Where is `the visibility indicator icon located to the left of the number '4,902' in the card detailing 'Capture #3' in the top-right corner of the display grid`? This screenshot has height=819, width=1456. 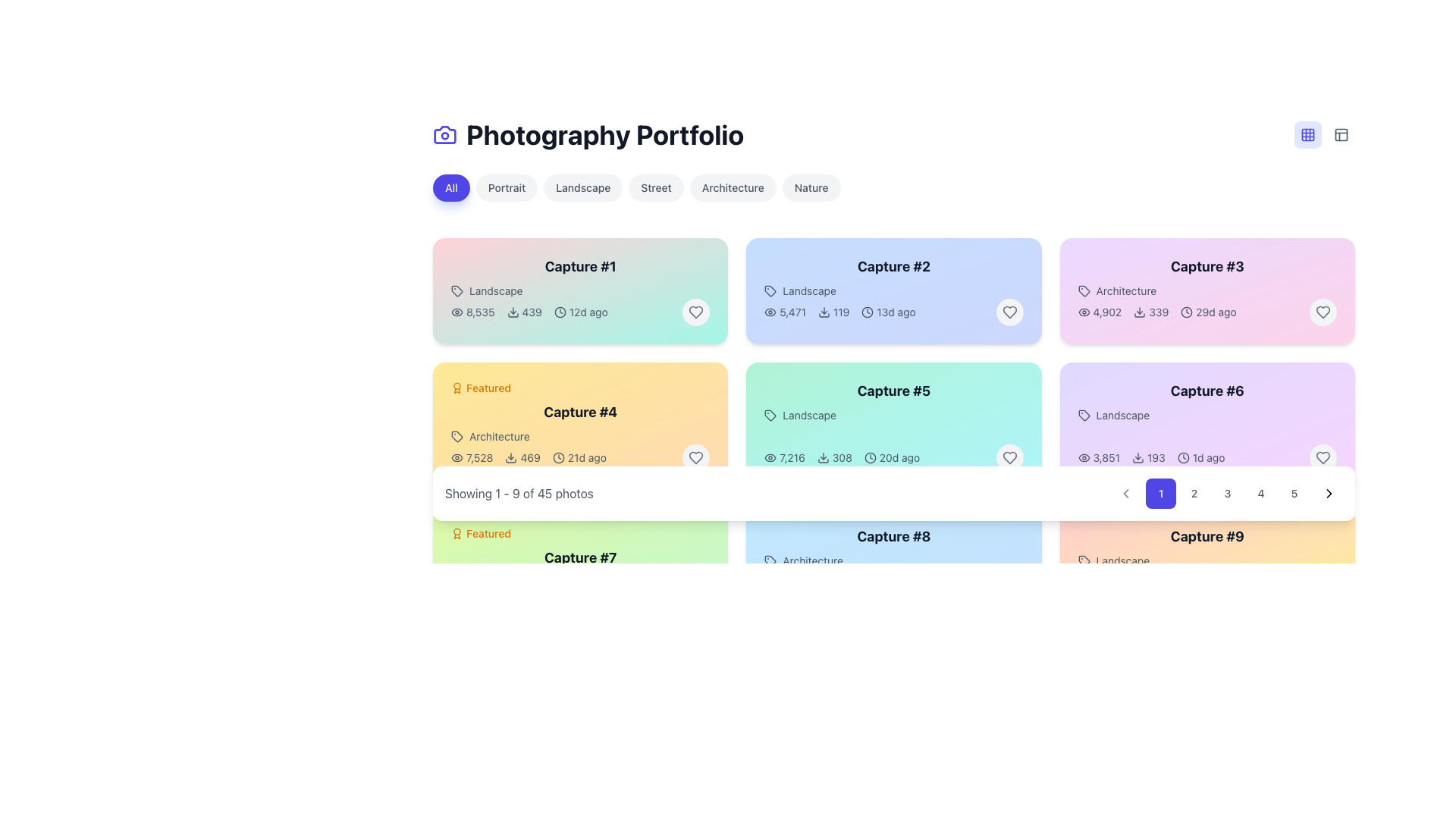
the visibility indicator icon located to the left of the number '4,902' in the card detailing 'Capture #3' in the top-right corner of the display grid is located at coordinates (1083, 312).